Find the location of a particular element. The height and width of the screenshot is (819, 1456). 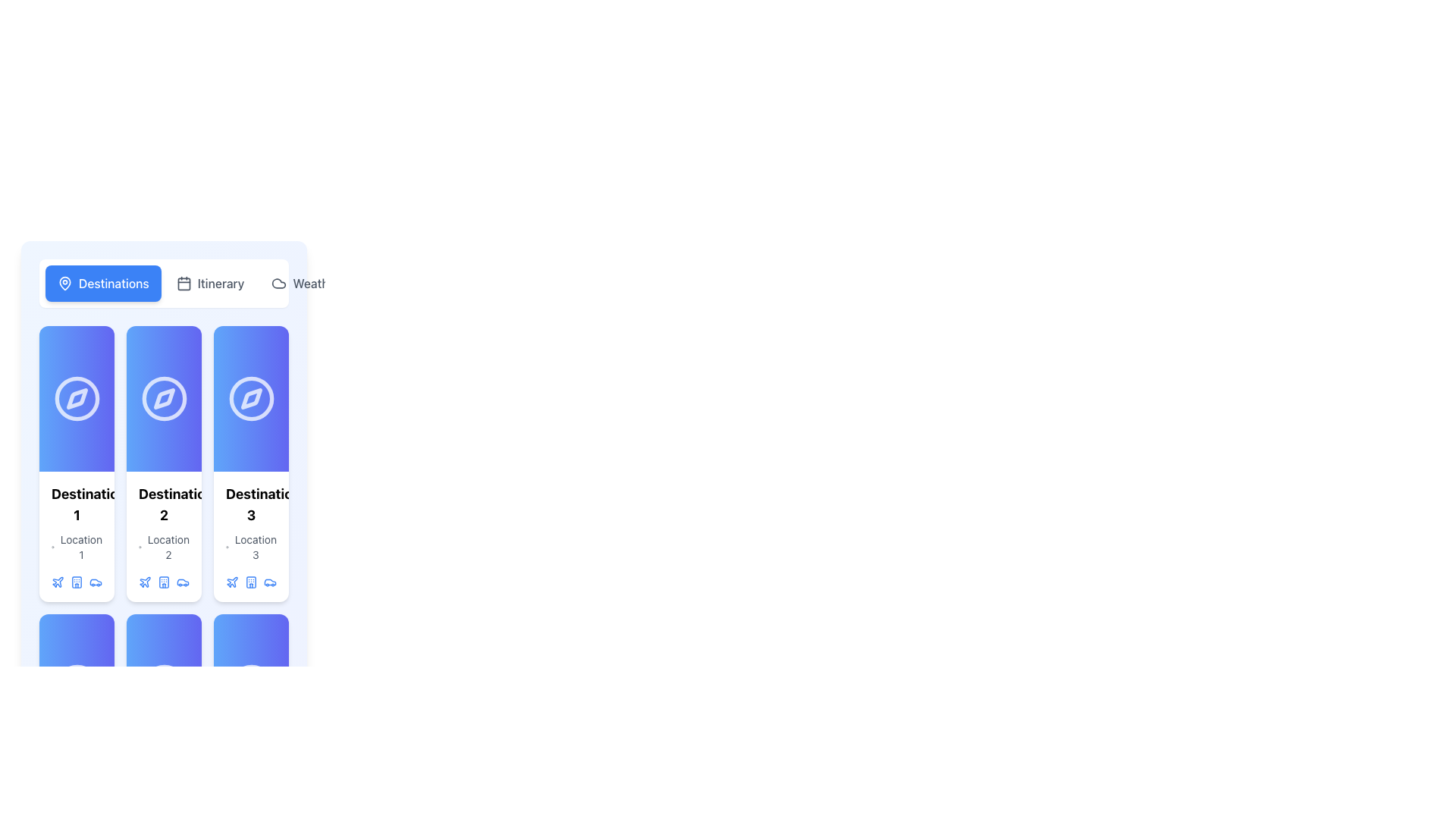

the hotel-related information icon located in the bottom-right section of the 'Destination 3' panel to initiate related functions is located at coordinates (251, 581).